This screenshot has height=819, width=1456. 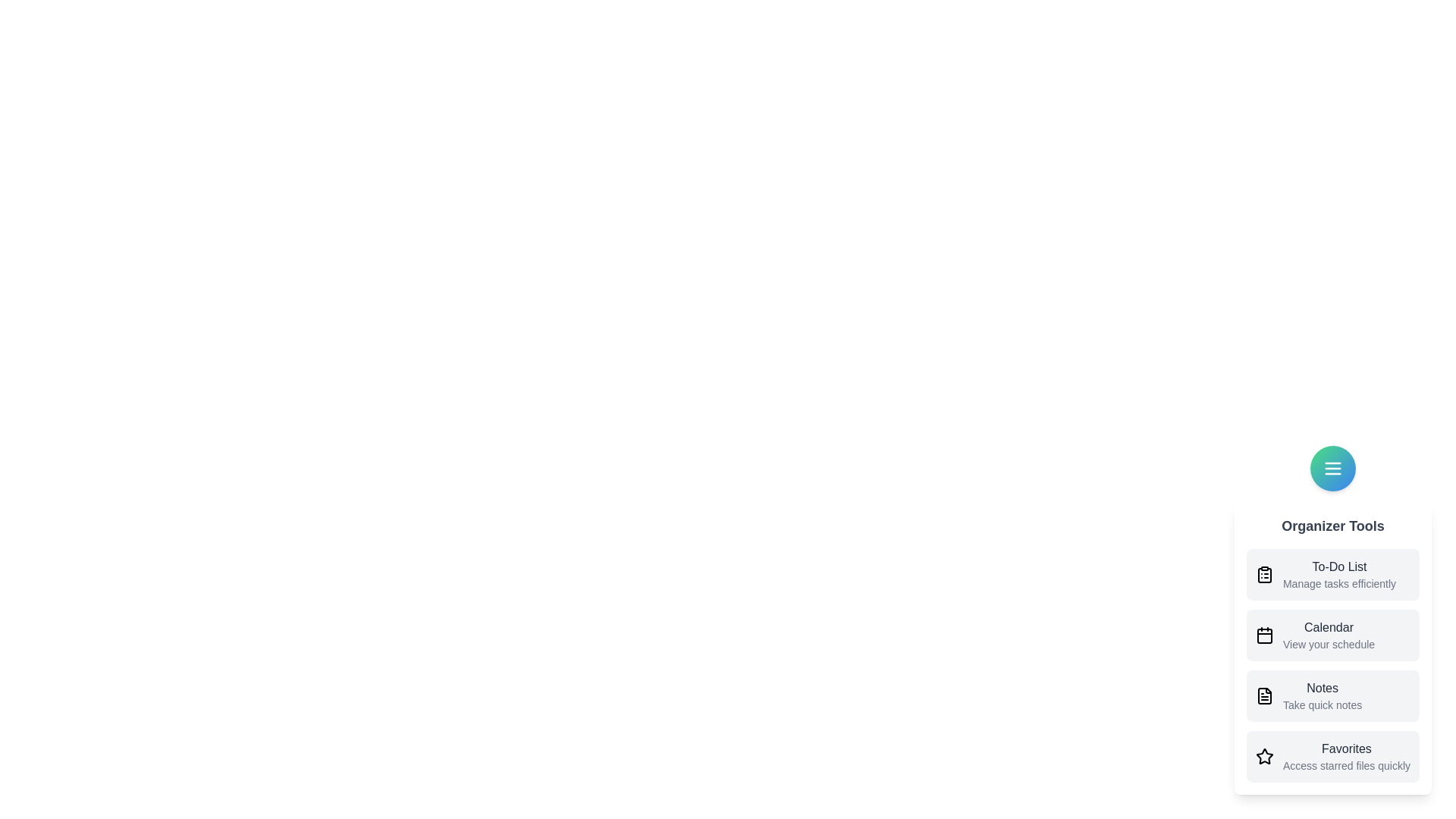 What do you see at coordinates (1332, 696) in the screenshot?
I see `the organizer tool item Notes` at bounding box center [1332, 696].